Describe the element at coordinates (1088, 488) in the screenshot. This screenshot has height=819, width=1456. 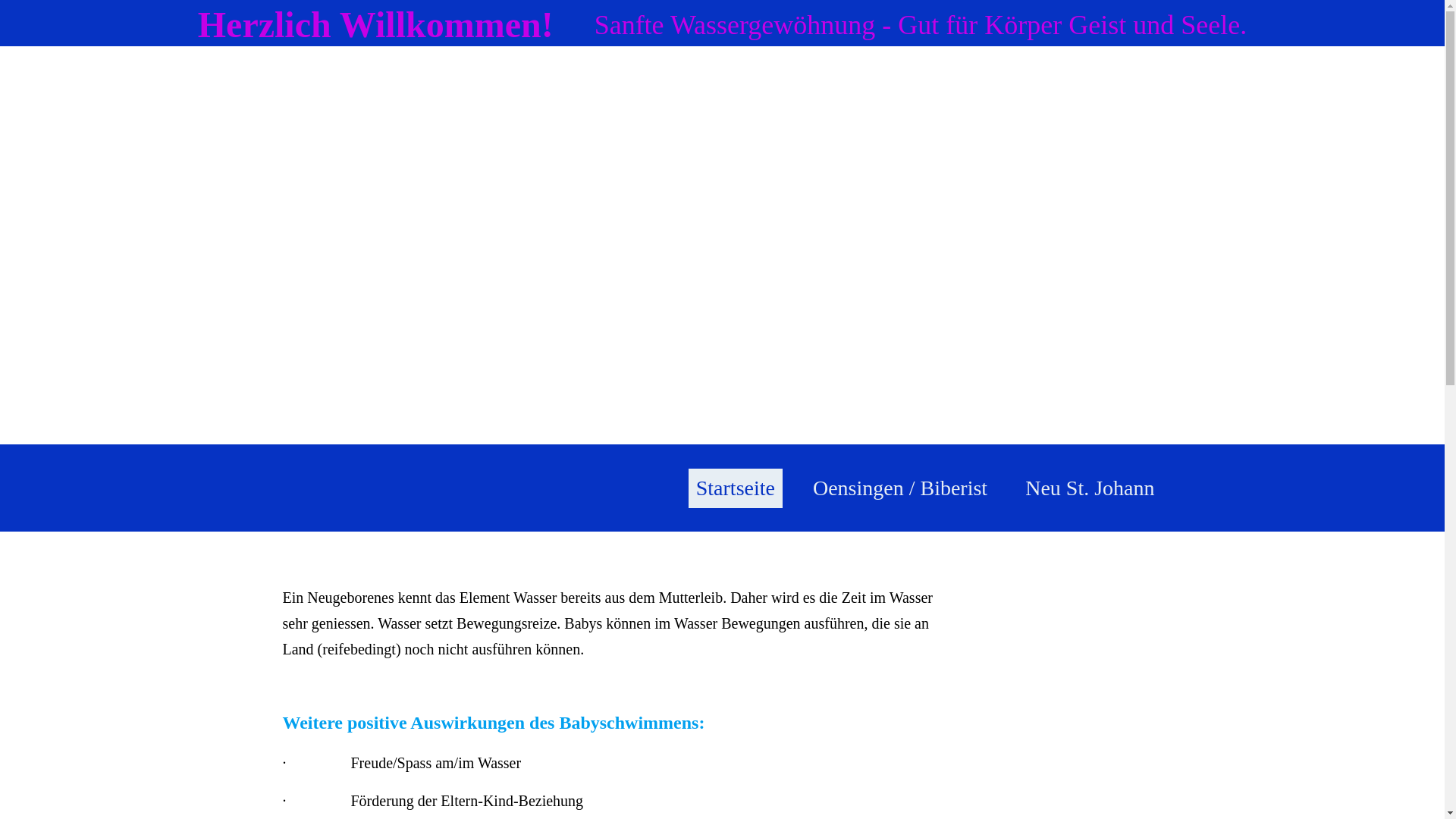
I see `'Neu St. Johann'` at that location.